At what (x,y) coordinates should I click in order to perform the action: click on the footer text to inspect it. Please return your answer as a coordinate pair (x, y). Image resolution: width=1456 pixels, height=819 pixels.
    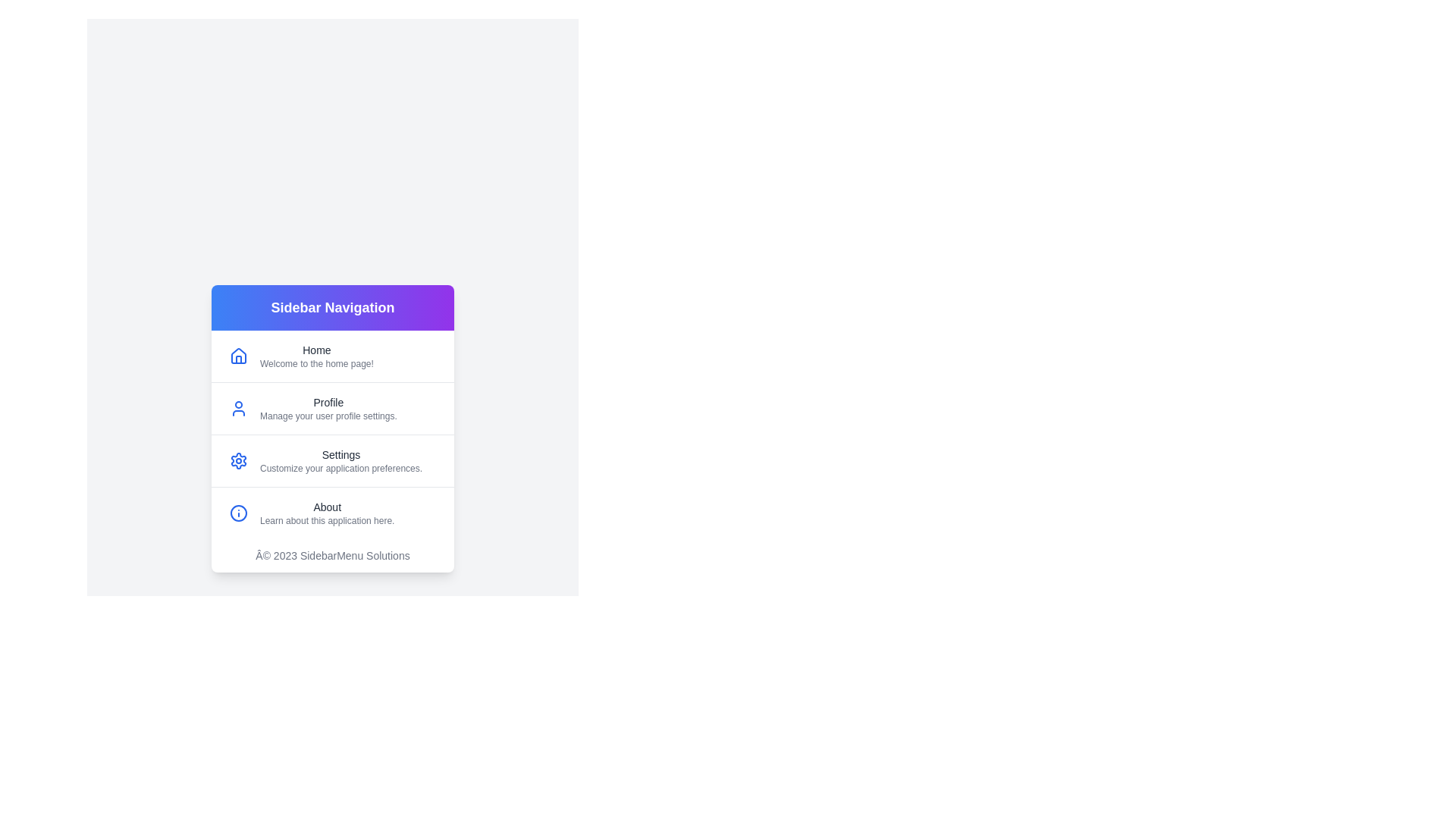
    Looking at the image, I should click on (331, 555).